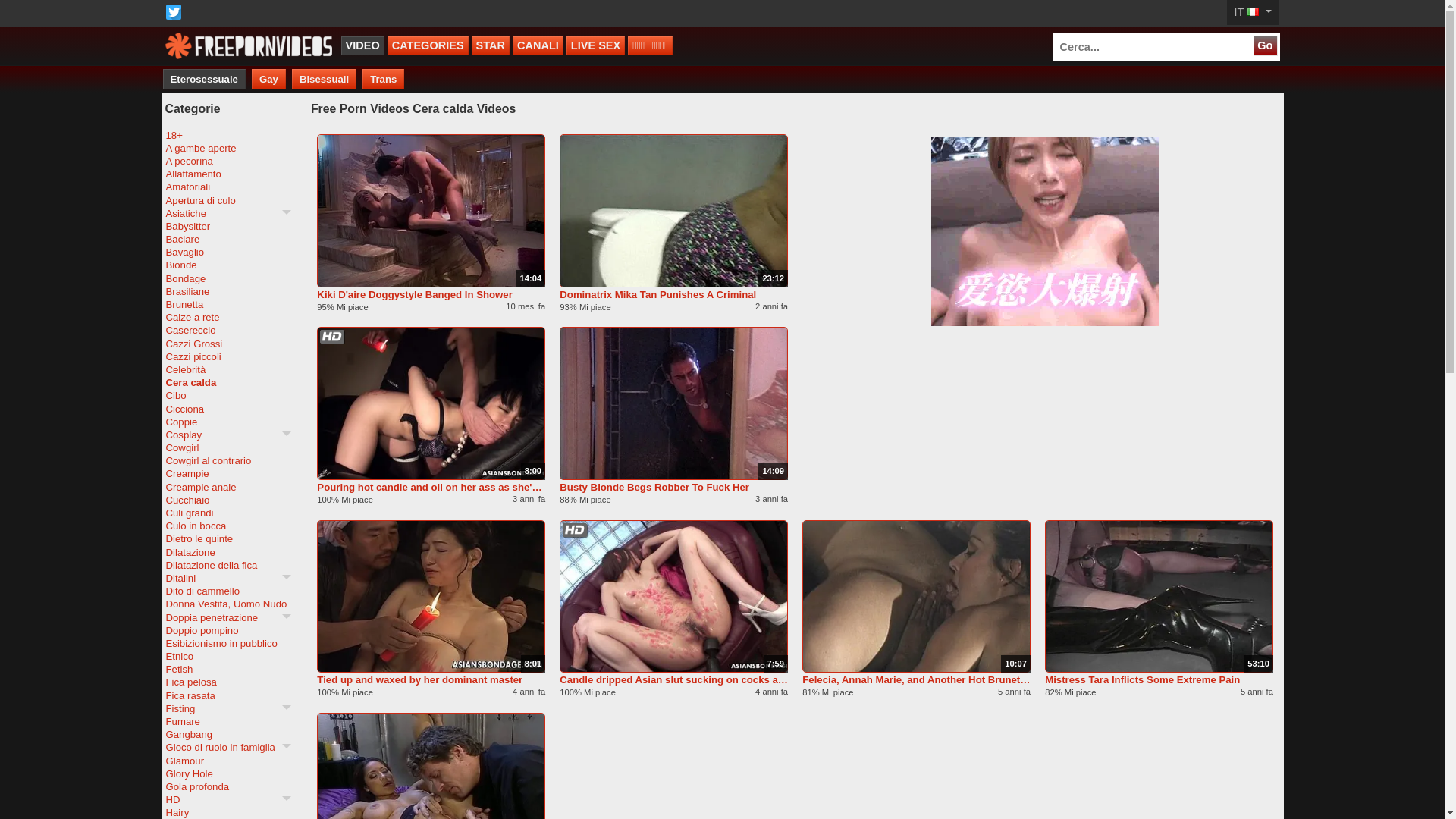 The width and height of the screenshot is (1456, 819). What do you see at coordinates (673, 294) in the screenshot?
I see `'Dominatrix Mika Tan Punishes A Criminal'` at bounding box center [673, 294].